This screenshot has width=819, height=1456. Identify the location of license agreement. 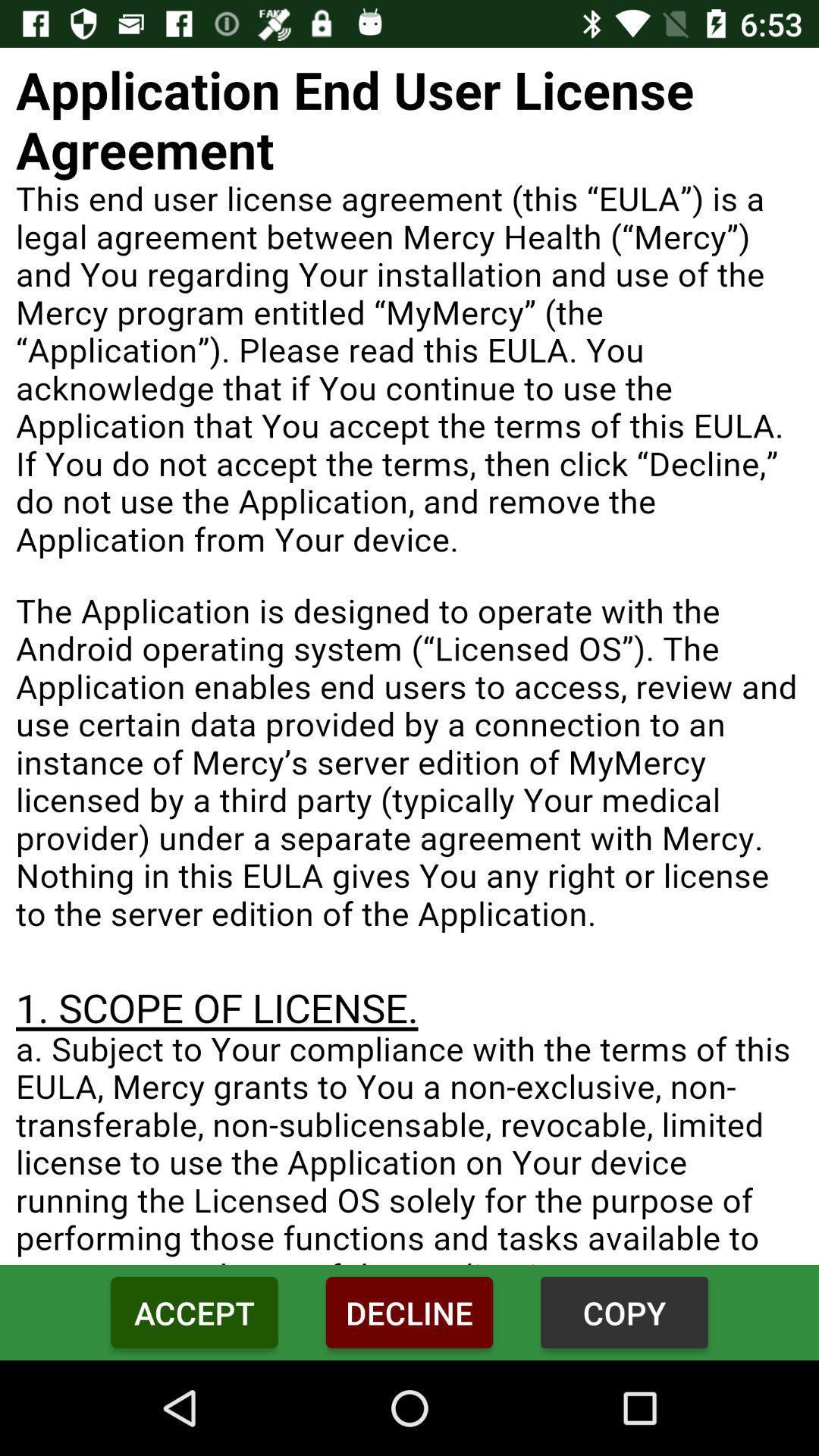
(409, 656).